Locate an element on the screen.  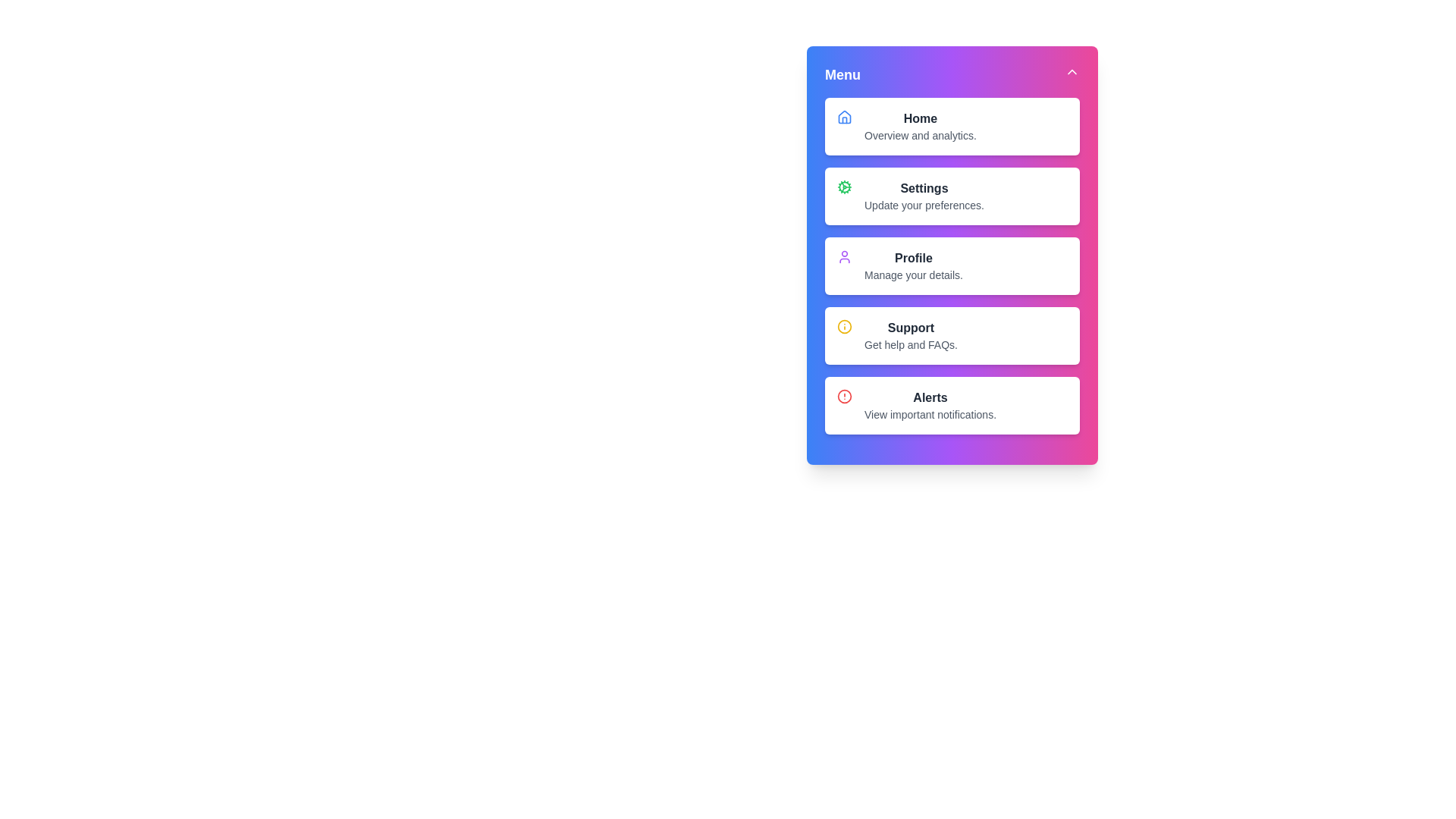
the menu option Profile is located at coordinates (910, 265).